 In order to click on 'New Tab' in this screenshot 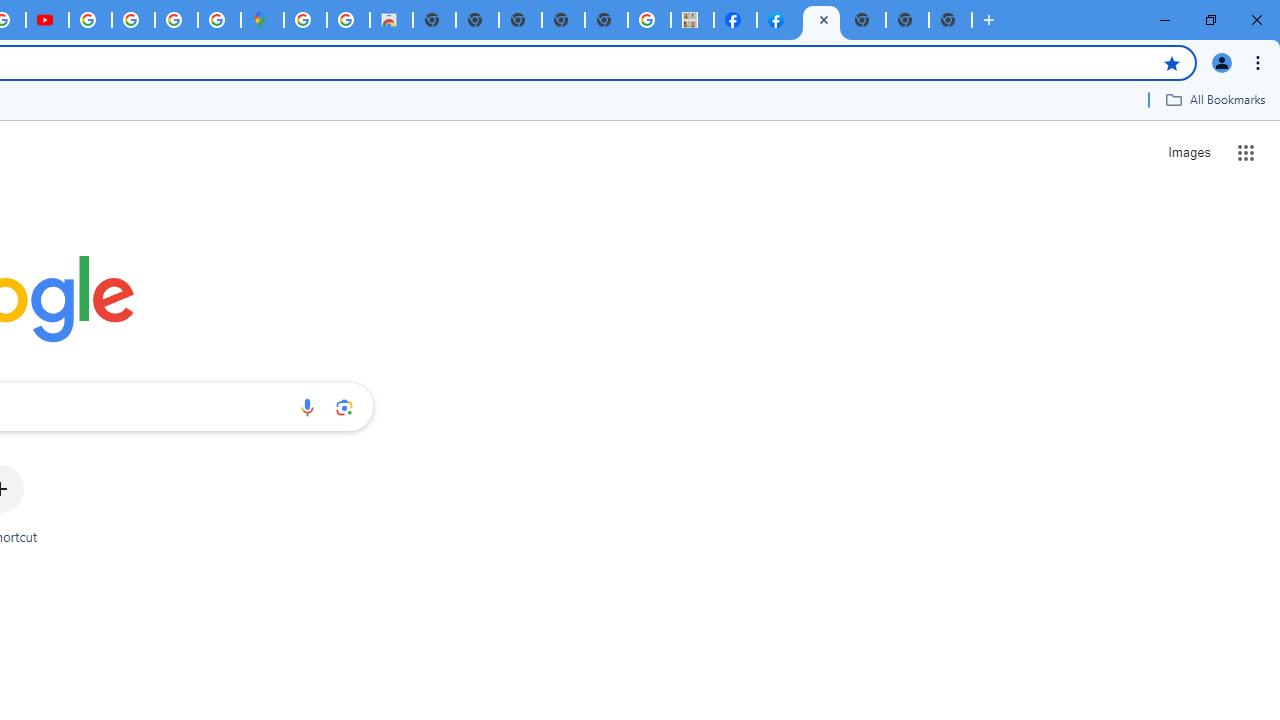, I will do `click(864, 20)`.